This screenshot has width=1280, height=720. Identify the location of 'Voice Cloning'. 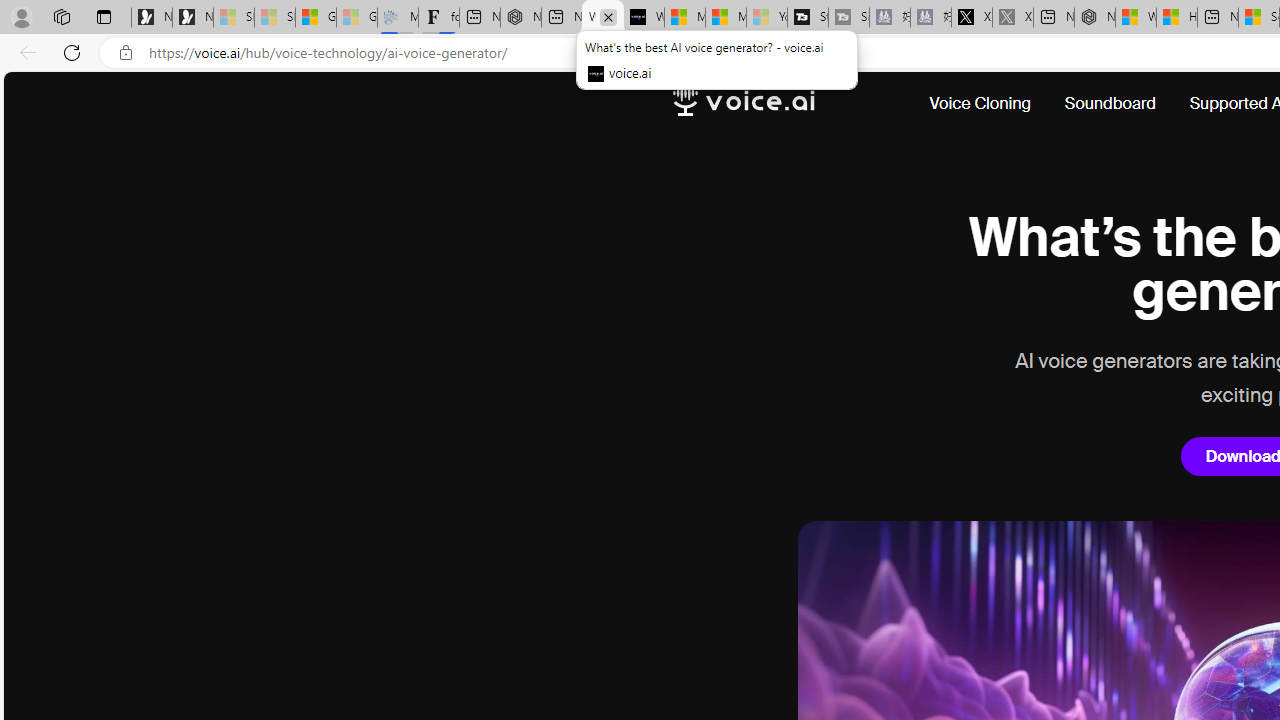
(980, 104).